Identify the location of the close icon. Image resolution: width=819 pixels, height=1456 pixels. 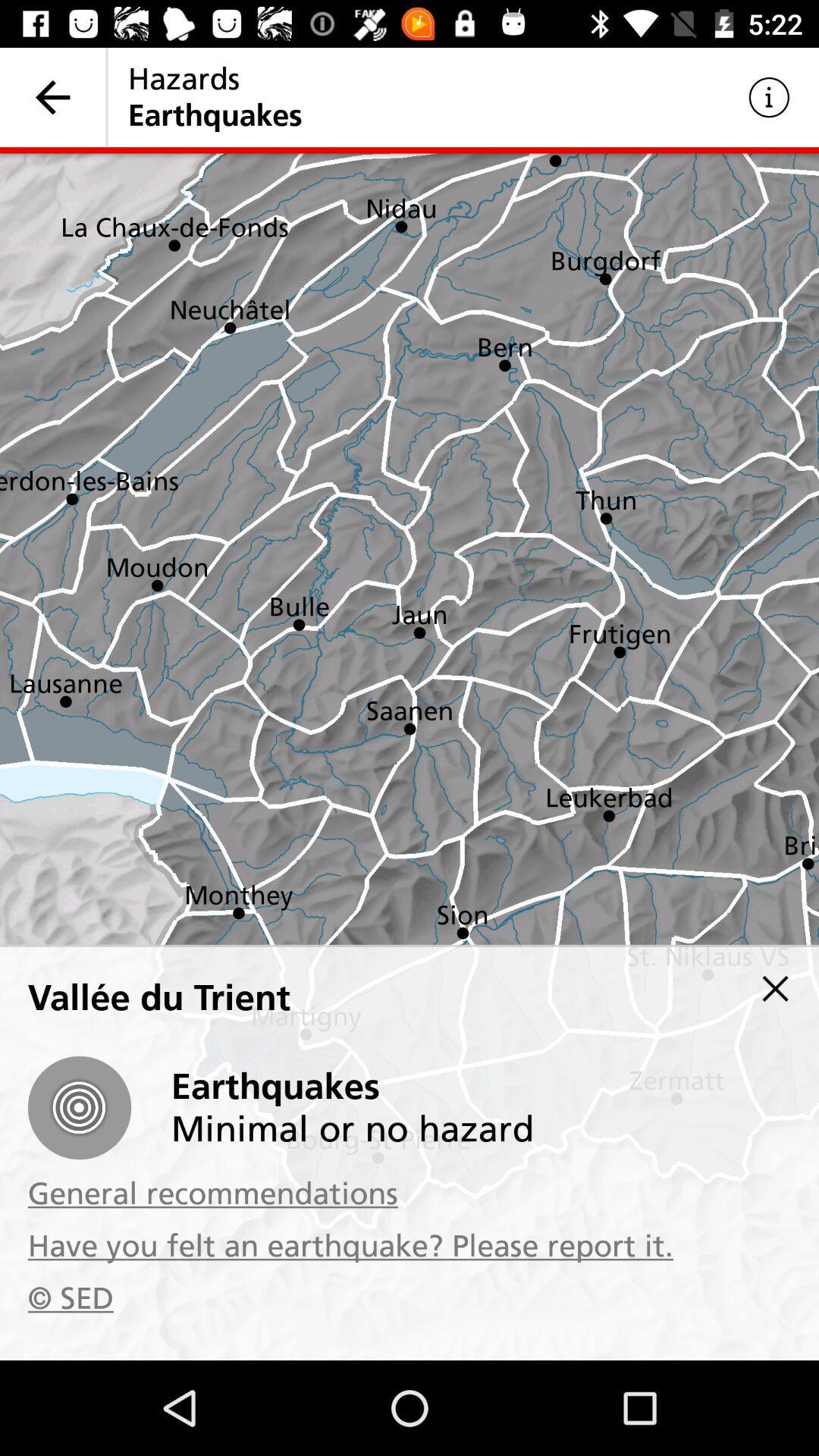
(775, 988).